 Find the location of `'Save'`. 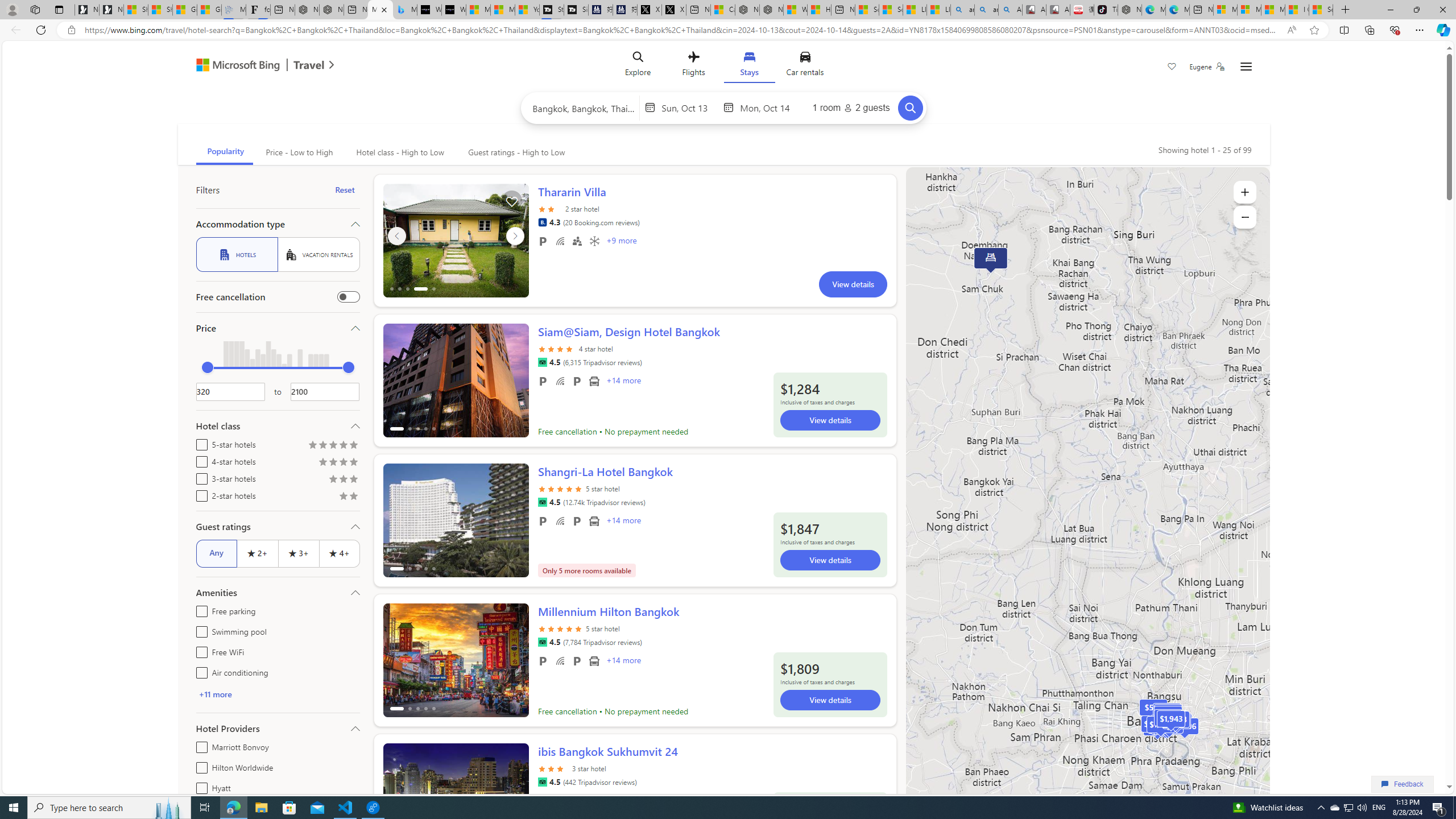

'Save' is located at coordinates (1171, 67).